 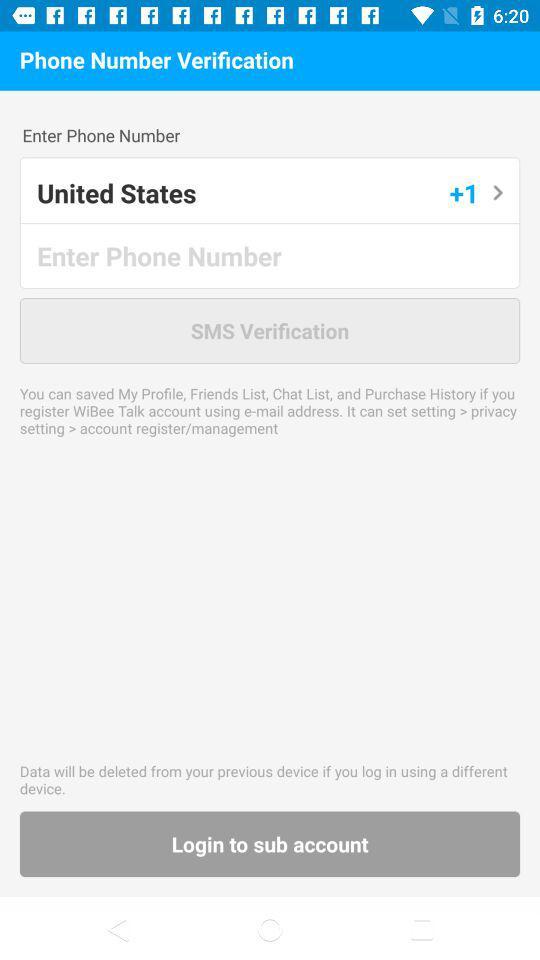 What do you see at coordinates (270, 254) in the screenshot?
I see `getting phone number into textbar` at bounding box center [270, 254].